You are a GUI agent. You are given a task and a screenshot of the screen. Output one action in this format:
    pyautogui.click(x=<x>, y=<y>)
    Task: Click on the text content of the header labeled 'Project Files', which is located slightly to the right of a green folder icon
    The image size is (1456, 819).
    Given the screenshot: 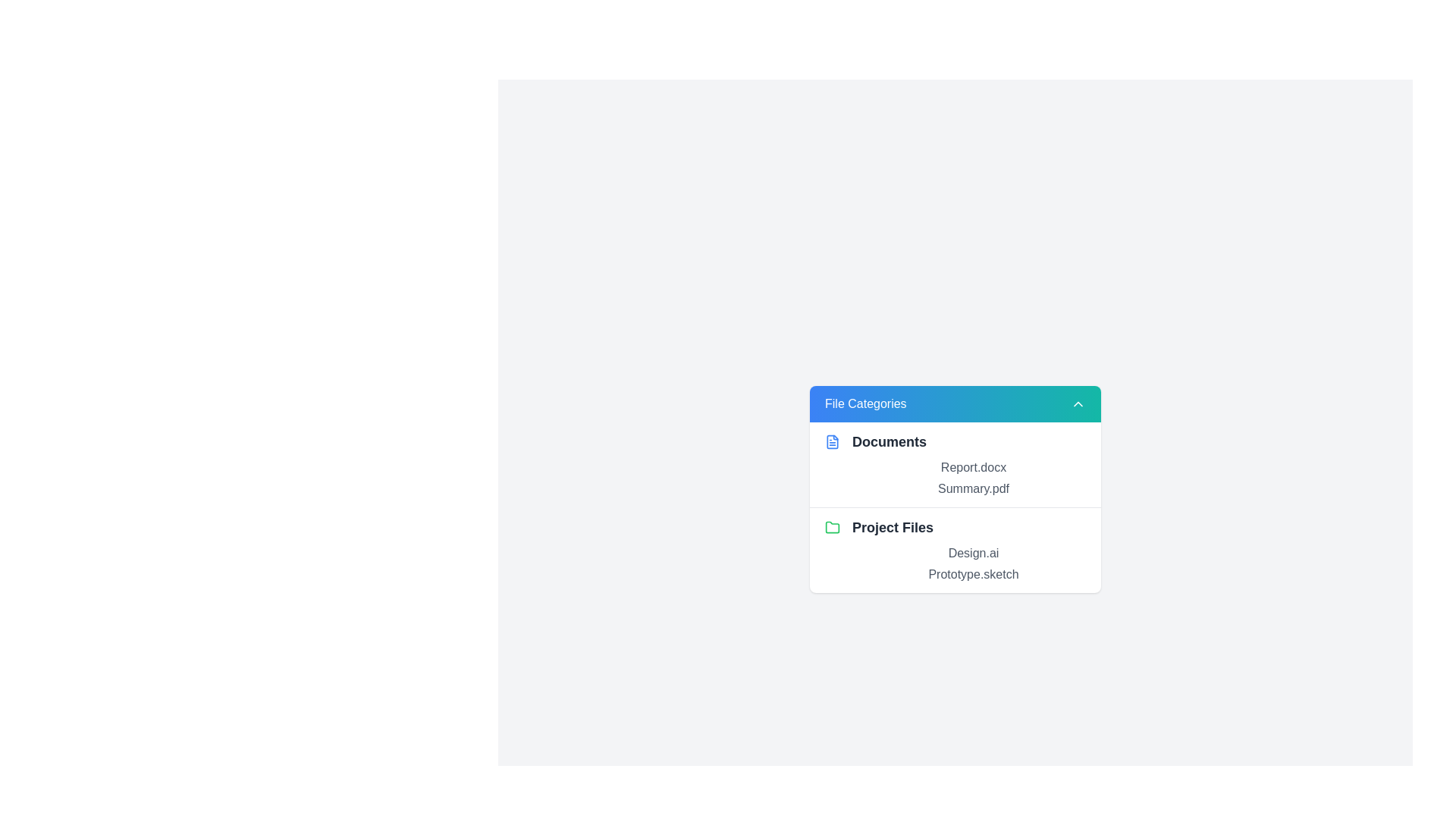 What is the action you would take?
    pyautogui.click(x=893, y=526)
    